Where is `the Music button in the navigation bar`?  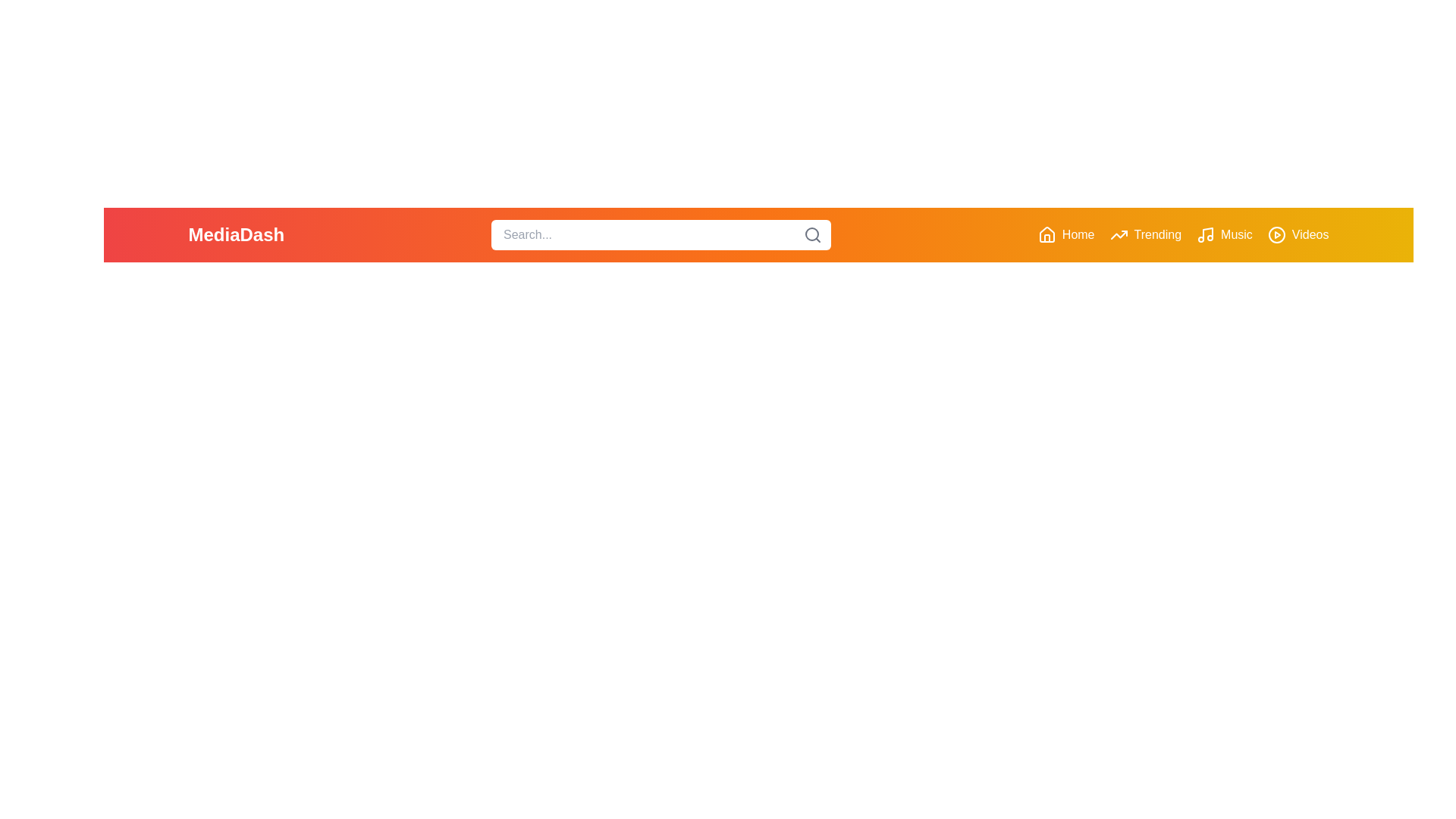 the Music button in the navigation bar is located at coordinates (1223, 234).